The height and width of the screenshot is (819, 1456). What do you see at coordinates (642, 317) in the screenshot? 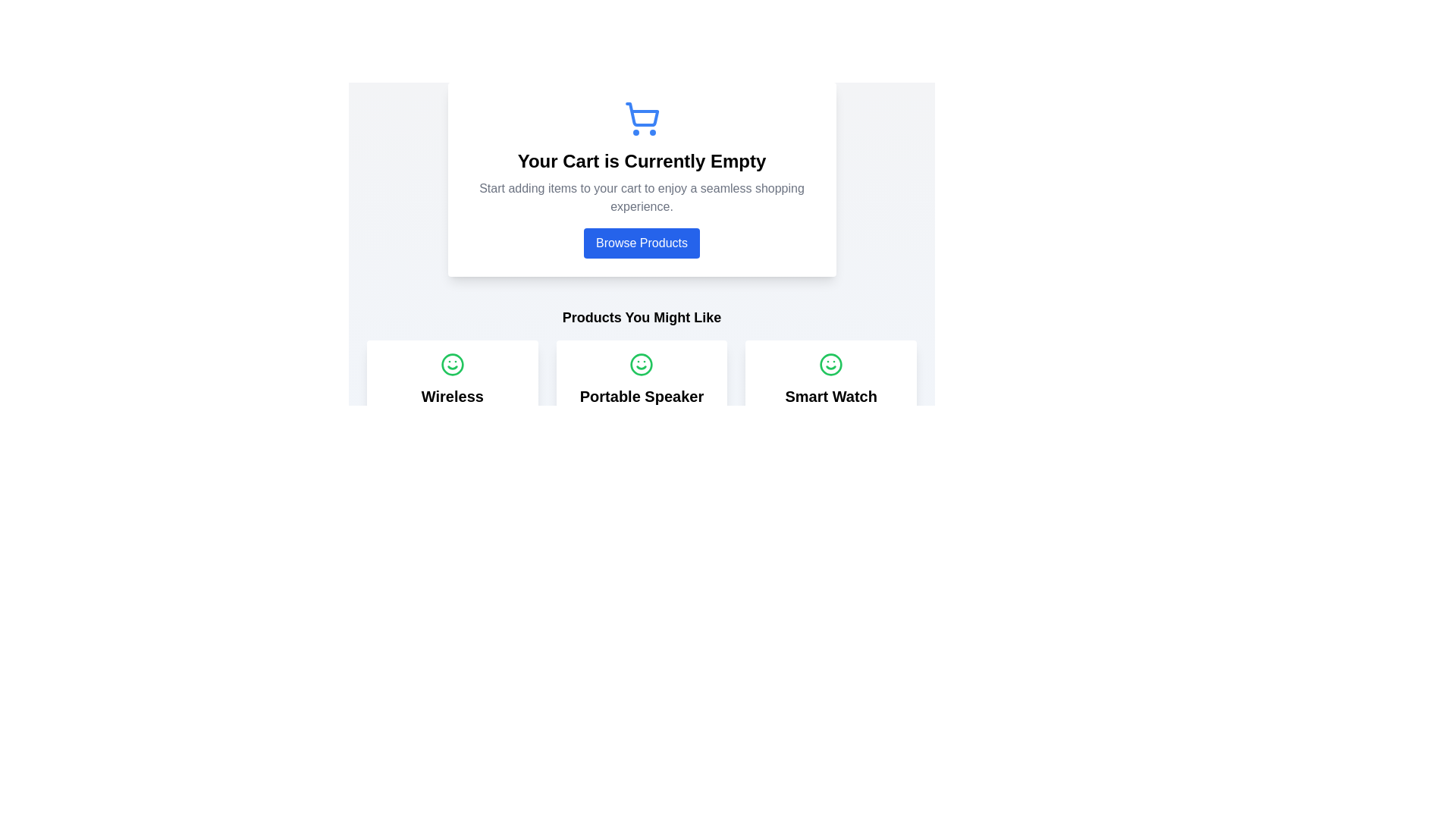
I see `the text element that displays 'Products You Might Like'` at bounding box center [642, 317].